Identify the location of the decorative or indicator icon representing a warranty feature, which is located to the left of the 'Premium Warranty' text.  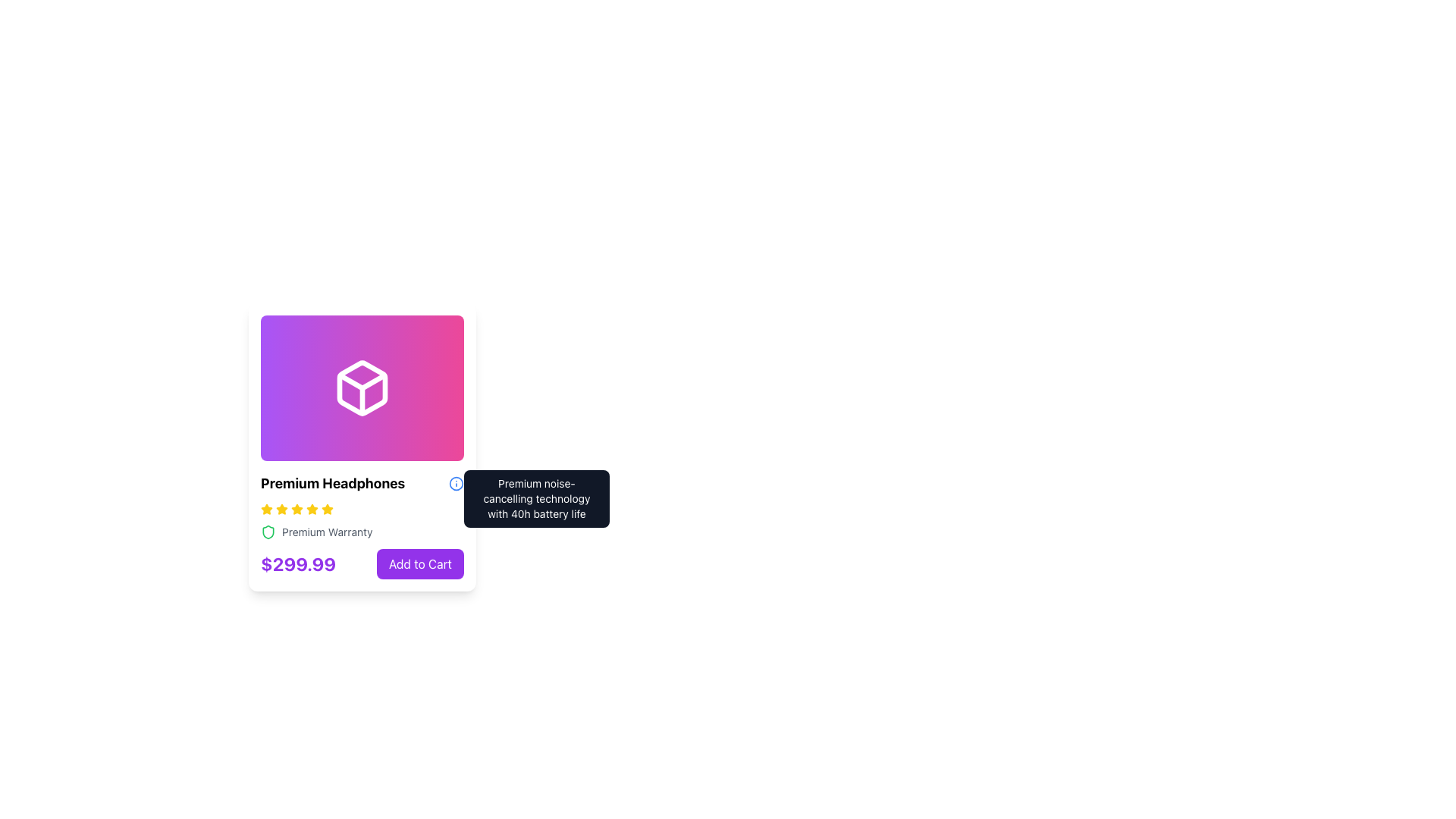
(268, 532).